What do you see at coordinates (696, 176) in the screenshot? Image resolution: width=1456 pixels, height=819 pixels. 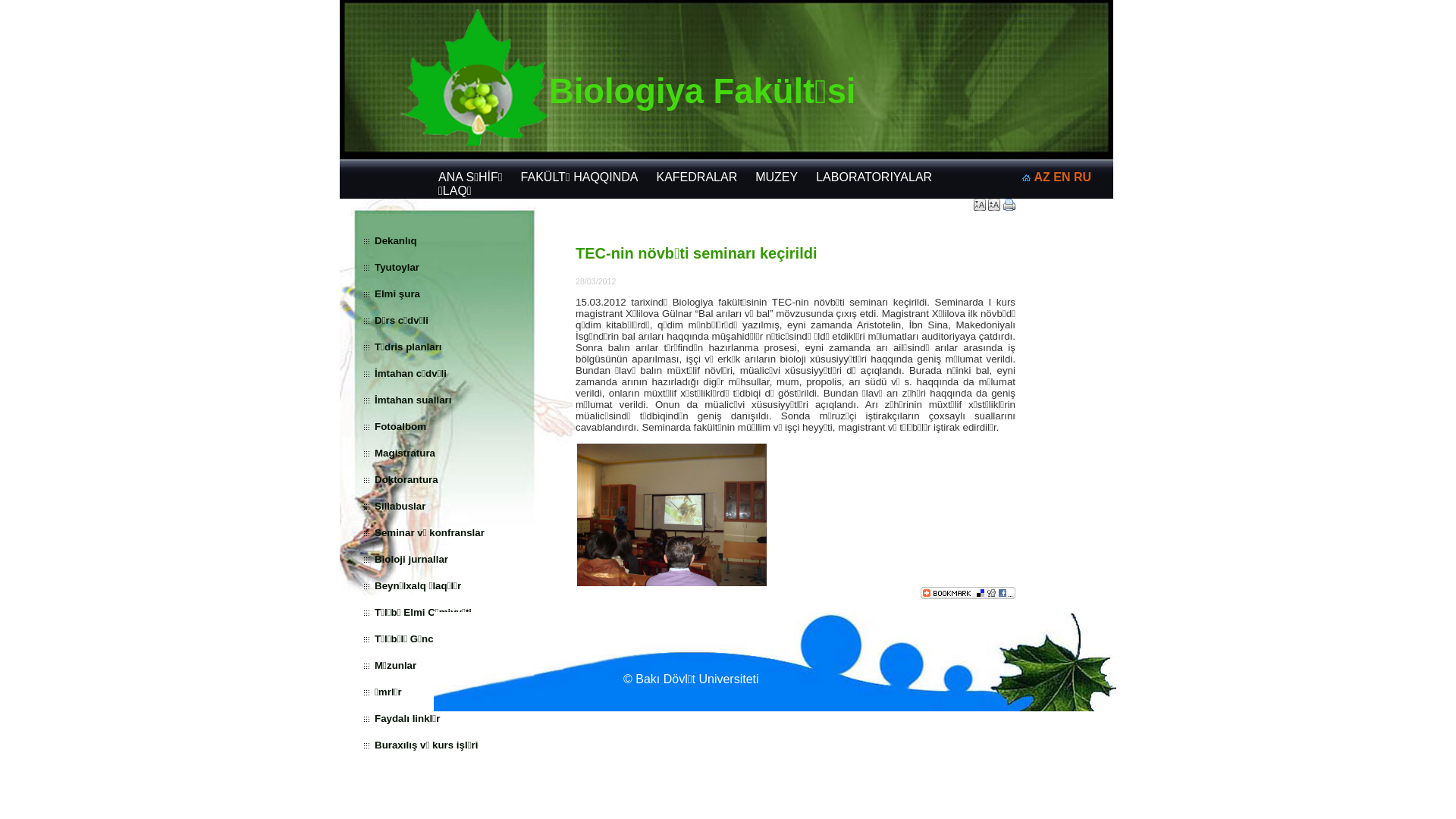 I see `'KAFEDRALAR'` at bounding box center [696, 176].